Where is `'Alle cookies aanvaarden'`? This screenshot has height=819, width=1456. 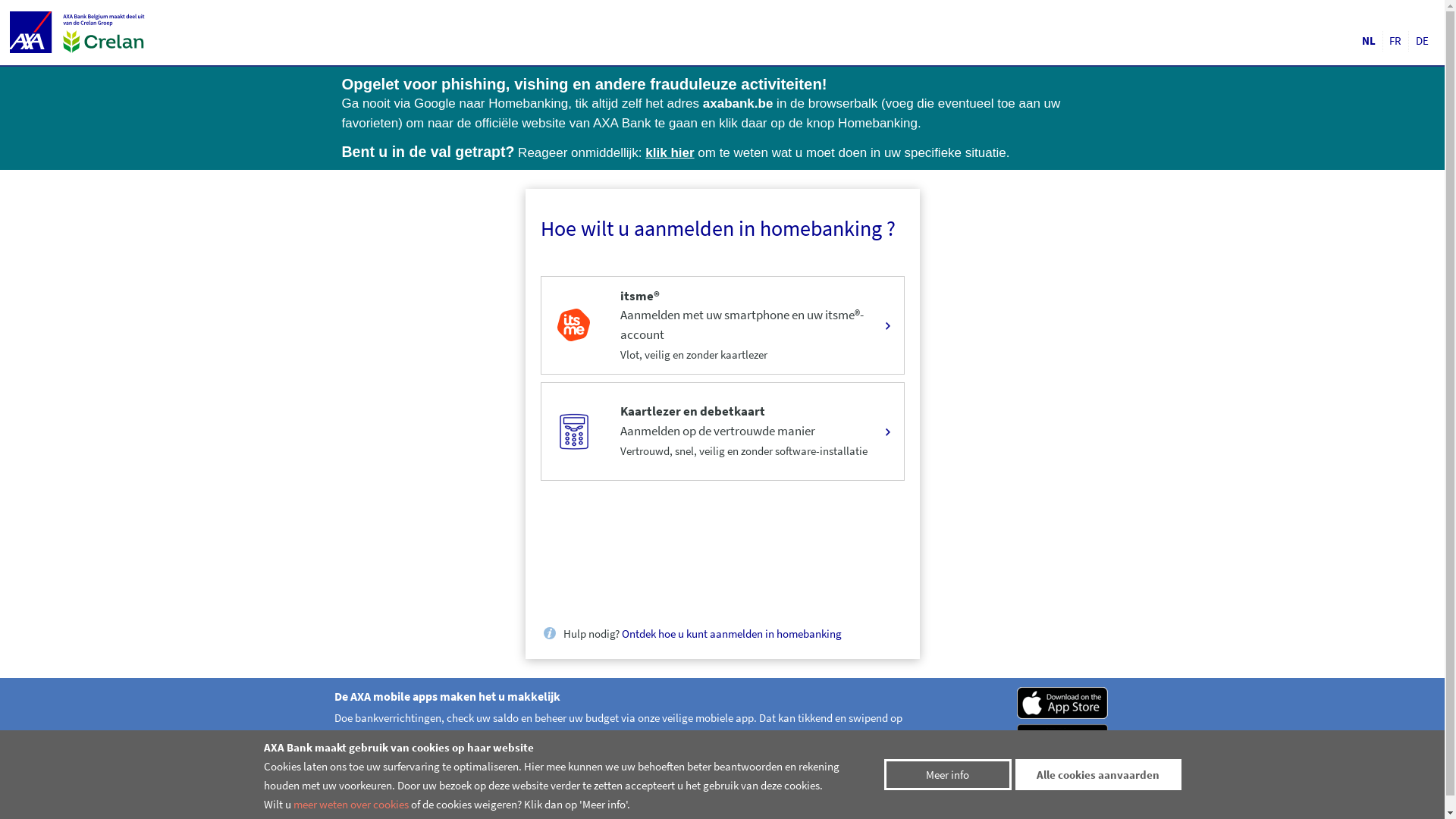 'Alle cookies aanvaarden' is located at coordinates (1098, 774).